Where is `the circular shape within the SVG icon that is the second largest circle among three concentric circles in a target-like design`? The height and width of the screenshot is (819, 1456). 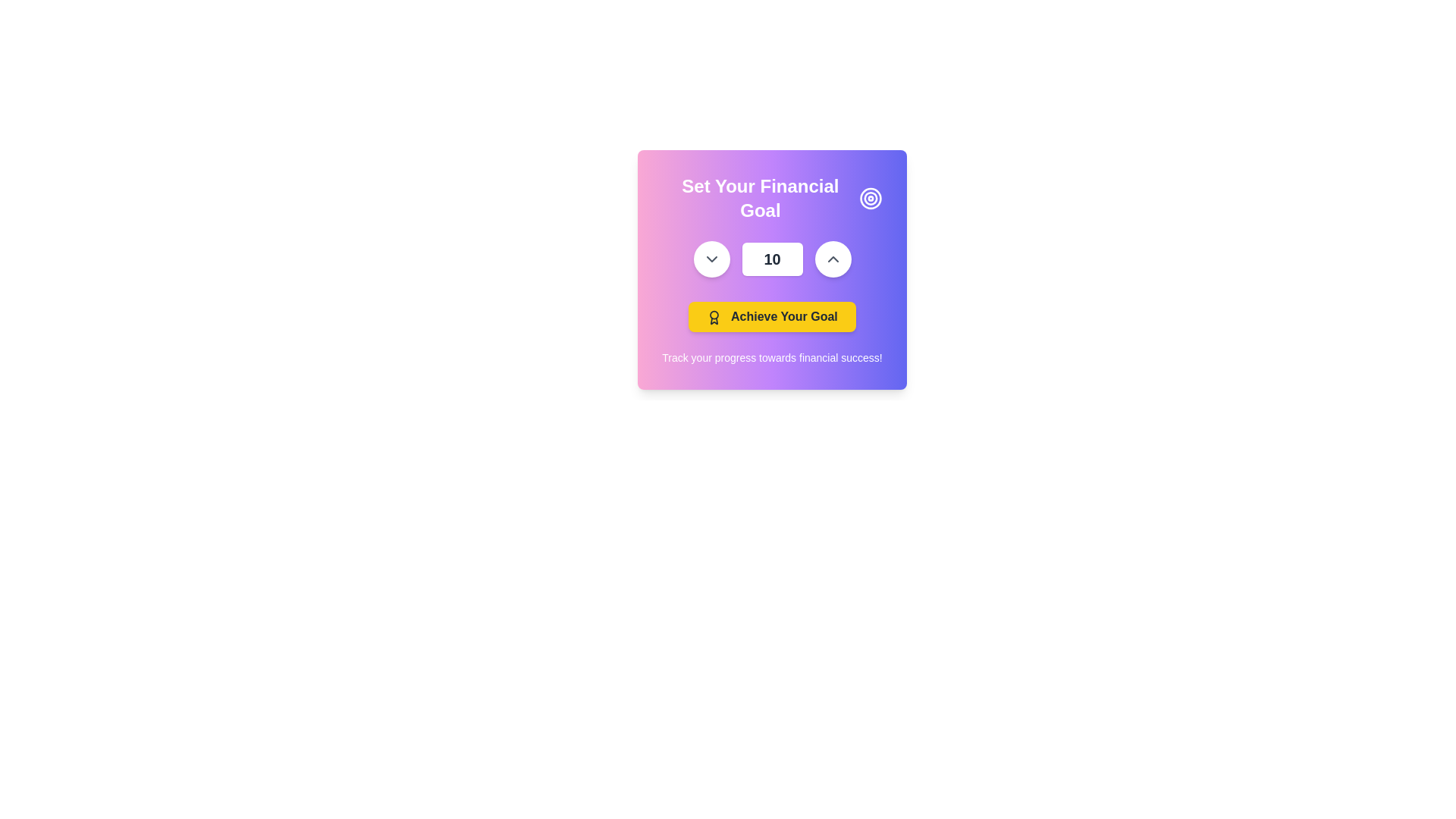 the circular shape within the SVG icon that is the second largest circle among three concentric circles in a target-like design is located at coordinates (871, 198).